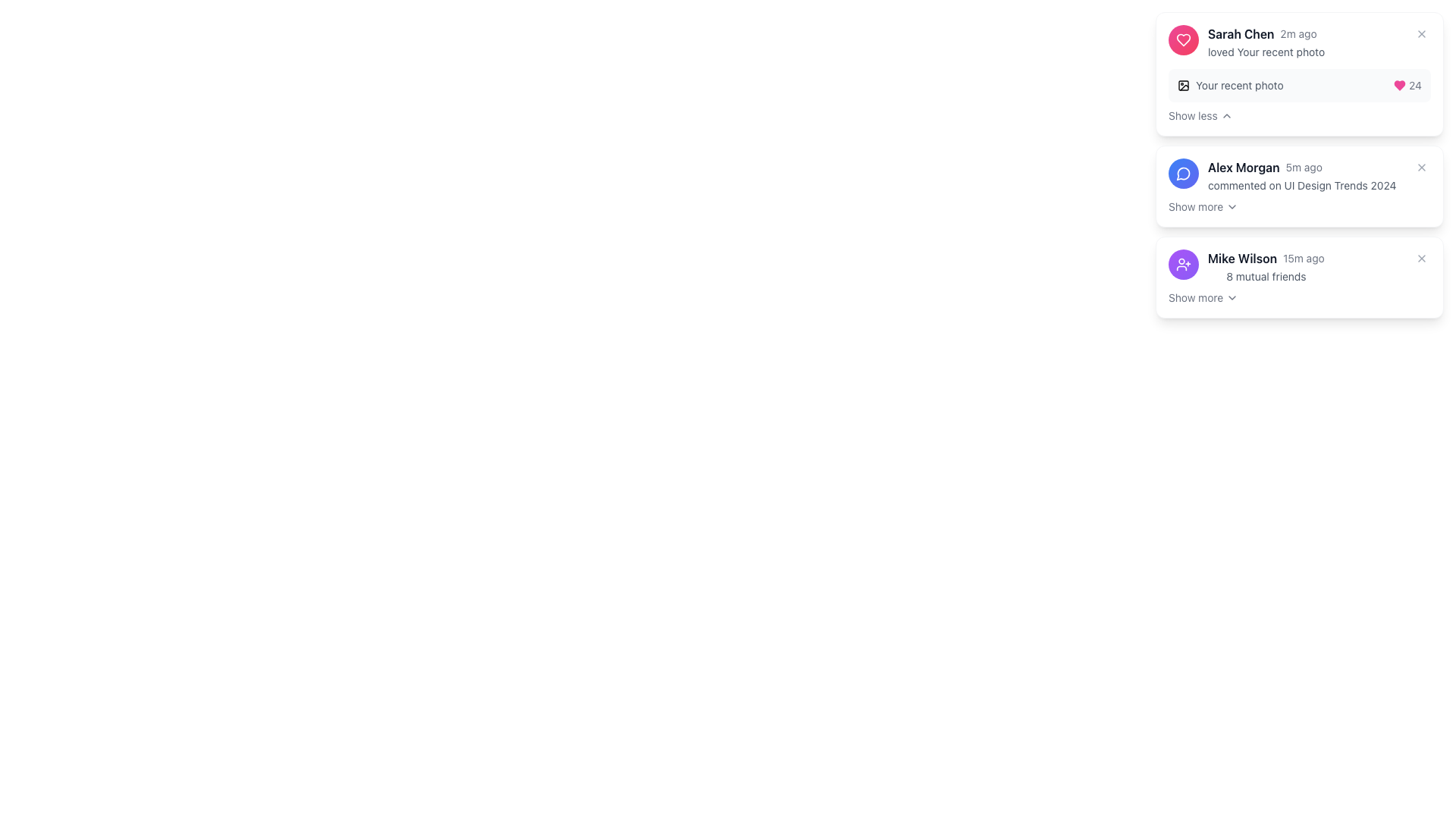 The image size is (1456, 819). What do you see at coordinates (1266, 51) in the screenshot?
I see `the Text label in the first notification card that provides a brief description of an interaction, located below the user's name 'Sarah Chen' and above the text 'Your recent photo'` at bounding box center [1266, 51].